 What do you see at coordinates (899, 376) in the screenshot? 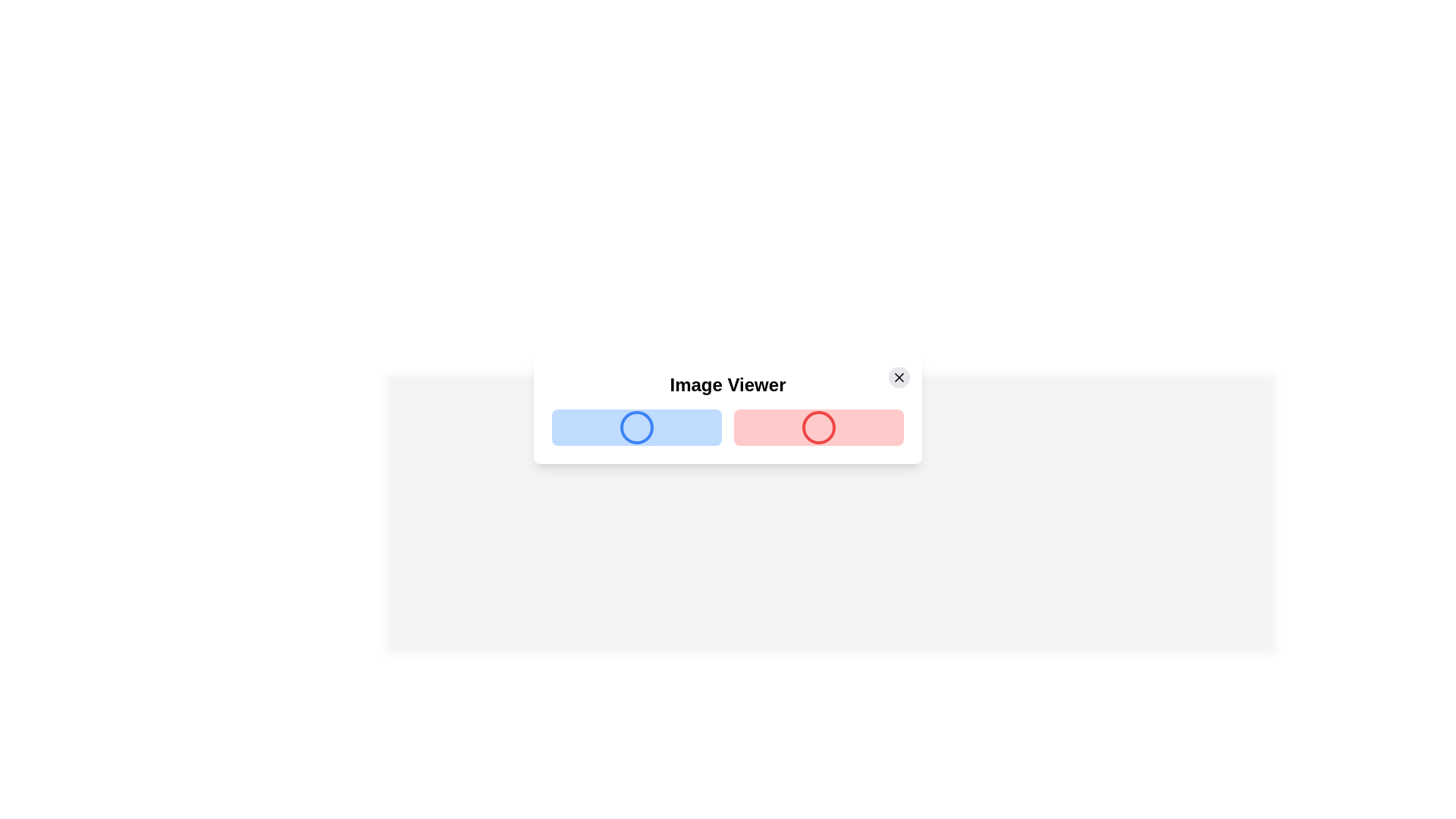
I see `the close button SVG icon located in the top-right corner of the 'Image Viewer' dialog box` at bounding box center [899, 376].